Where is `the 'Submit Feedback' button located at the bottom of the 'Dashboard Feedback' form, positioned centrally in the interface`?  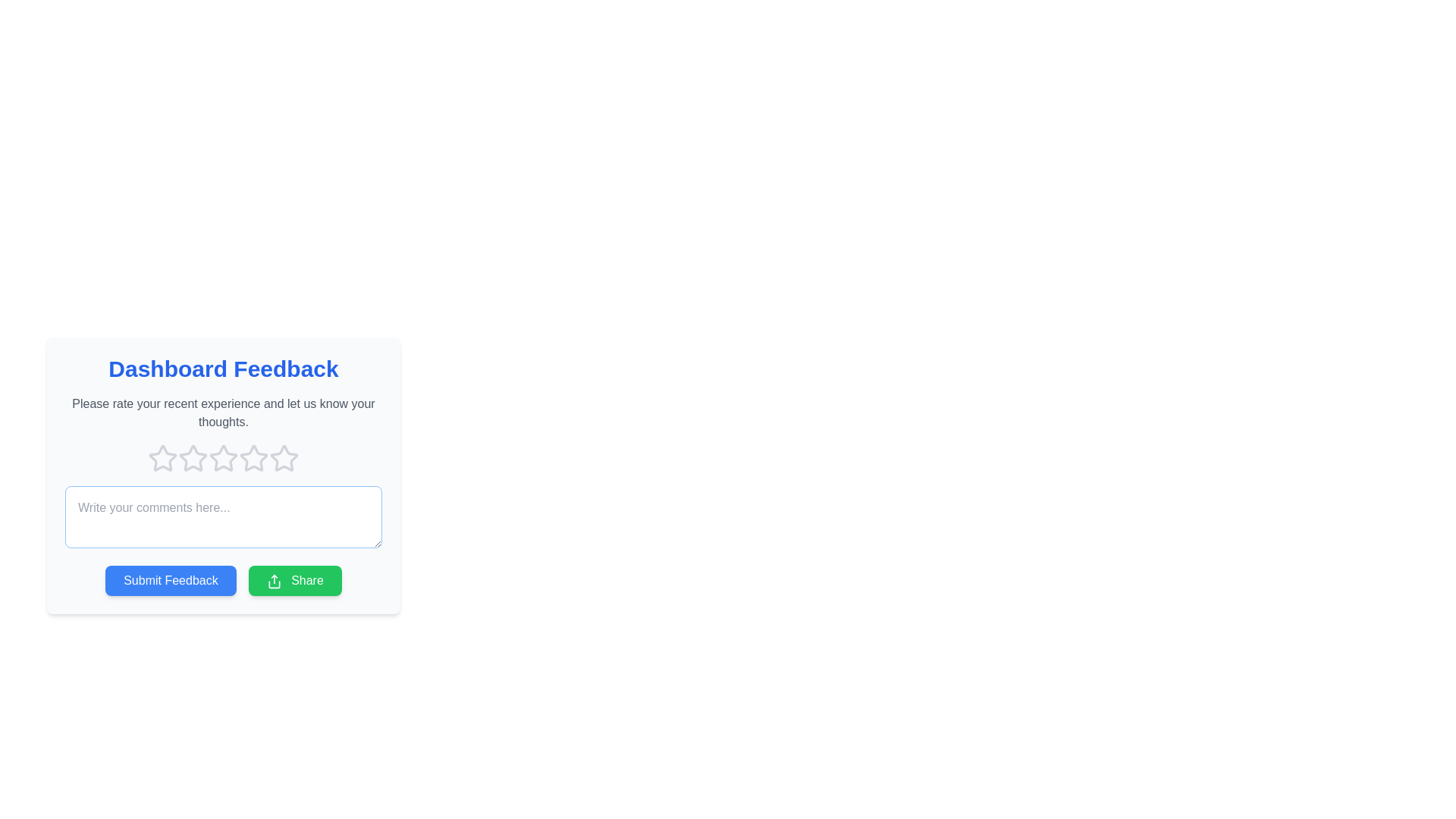
the 'Submit Feedback' button located at the bottom of the 'Dashboard Feedback' form, positioned centrally in the interface is located at coordinates (222, 580).